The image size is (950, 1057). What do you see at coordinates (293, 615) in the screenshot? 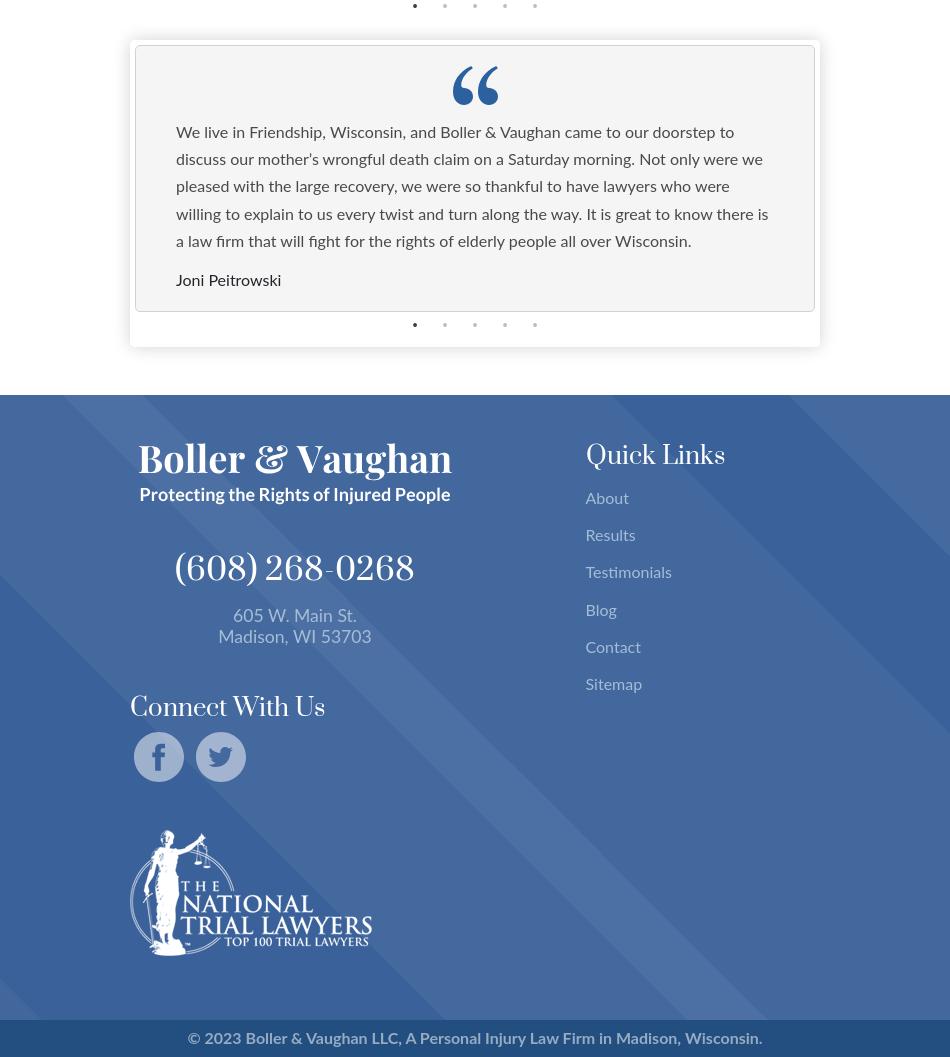
I see `'605 W. Main St.'` at bounding box center [293, 615].